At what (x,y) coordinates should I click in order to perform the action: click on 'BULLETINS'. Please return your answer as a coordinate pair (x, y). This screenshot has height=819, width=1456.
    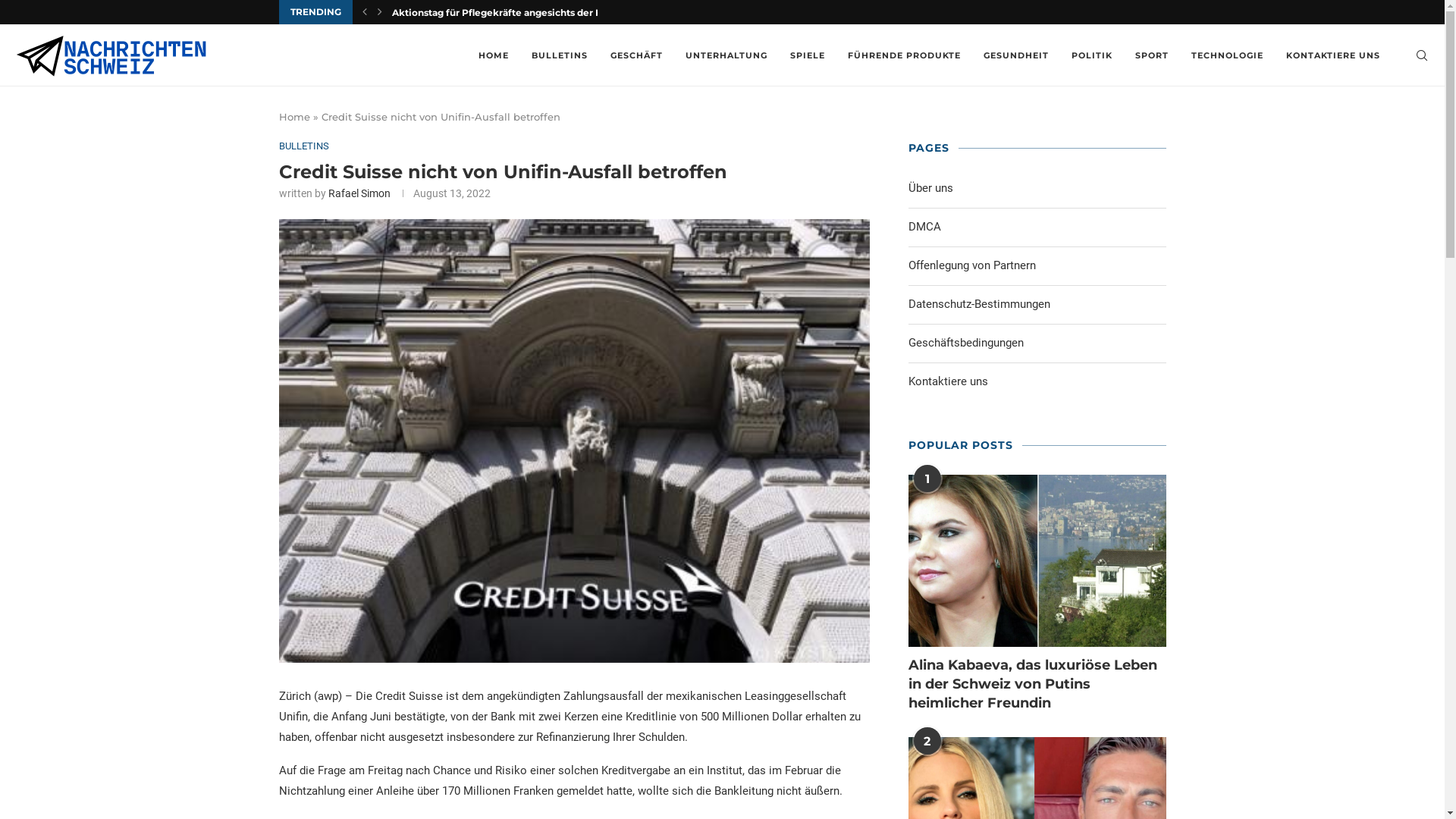
    Looking at the image, I should click on (559, 55).